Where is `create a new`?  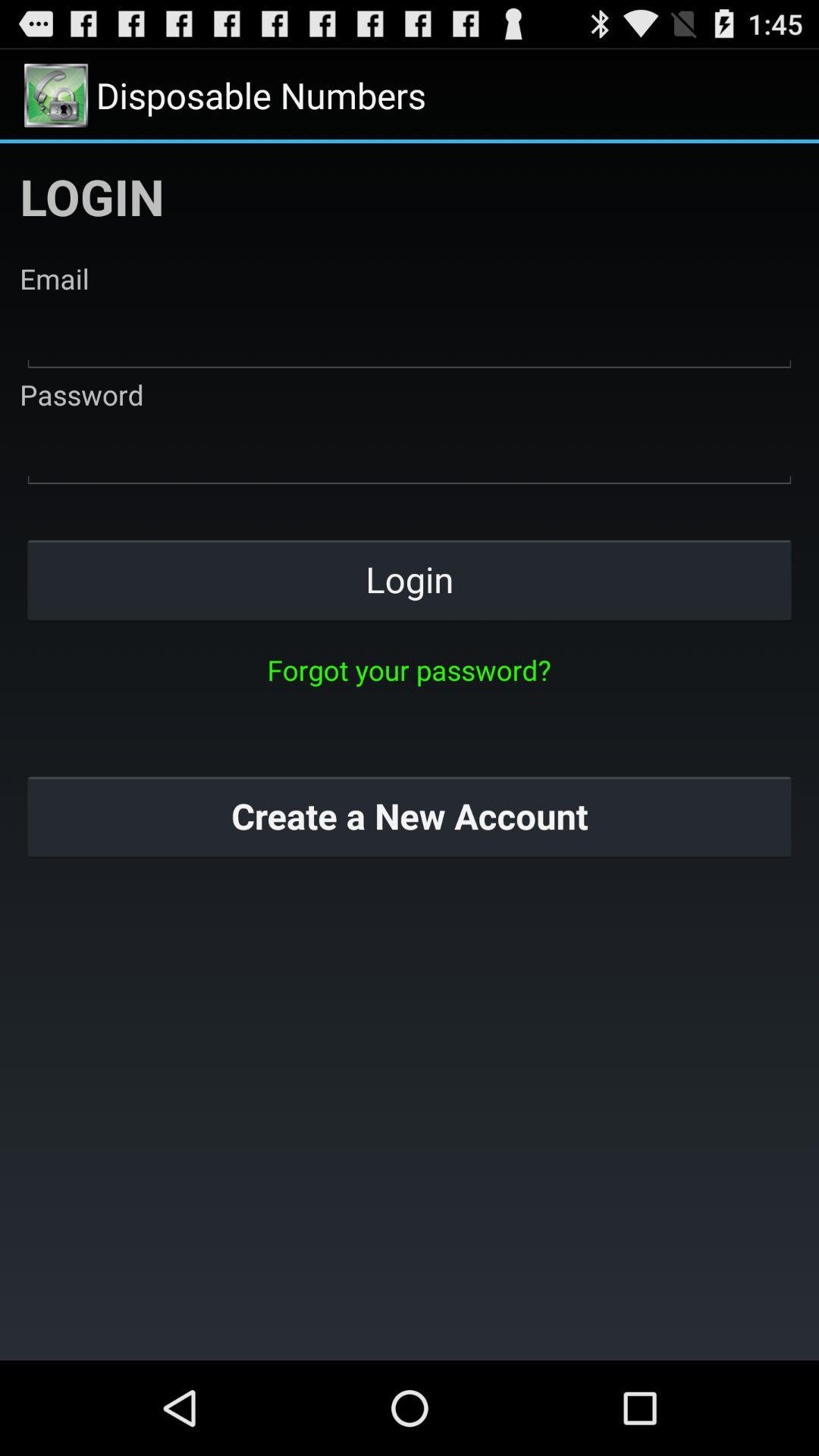 create a new is located at coordinates (409, 815).